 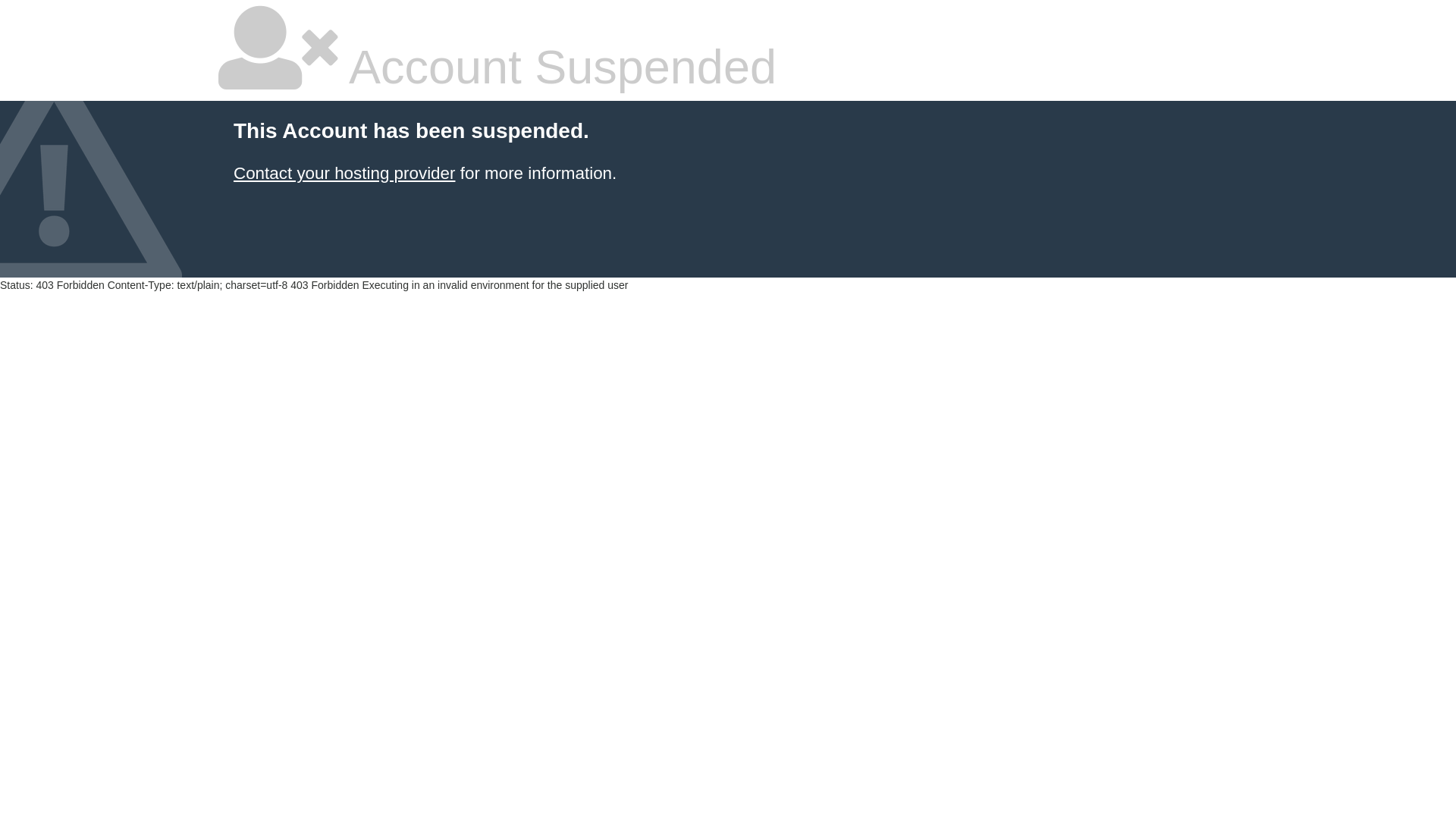 I want to click on 'Contact your hosting provider', so click(x=344, y=172).